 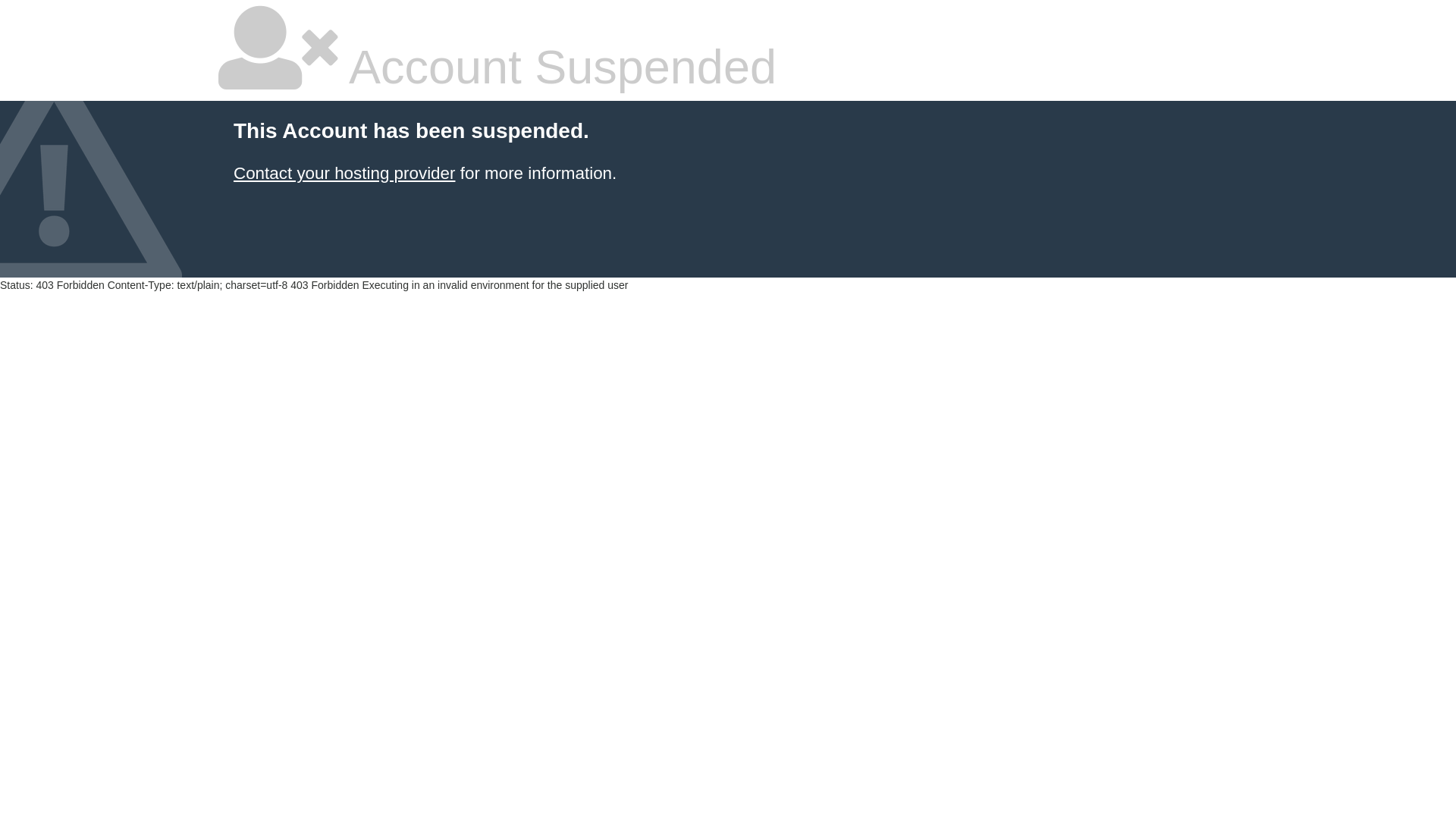 I want to click on 'Contact your hosting provider', so click(x=344, y=172).